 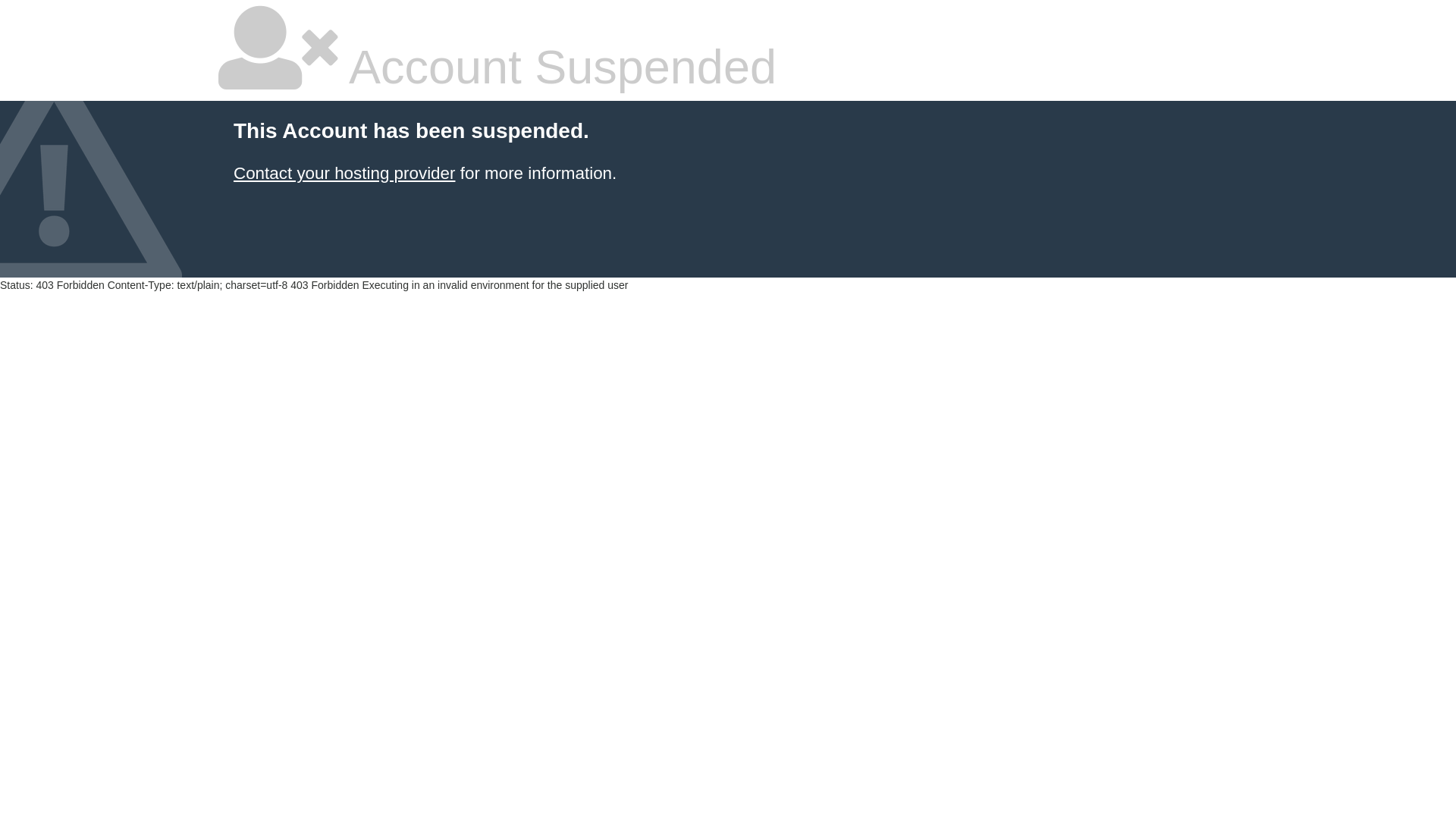 I want to click on 'Contact your hosting provider', so click(x=344, y=172).